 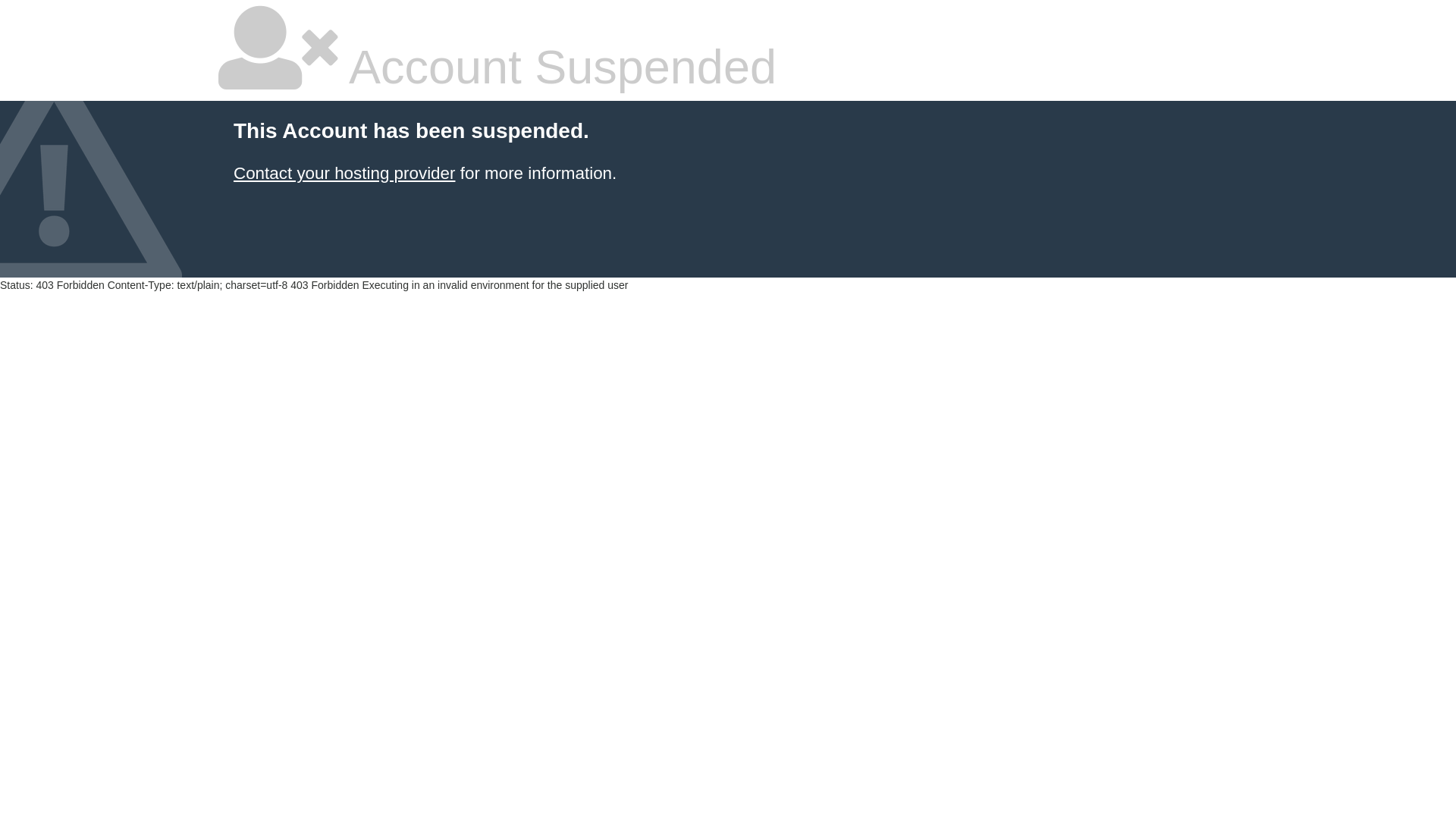 I want to click on 'Contact your hosting provider', so click(x=344, y=172).